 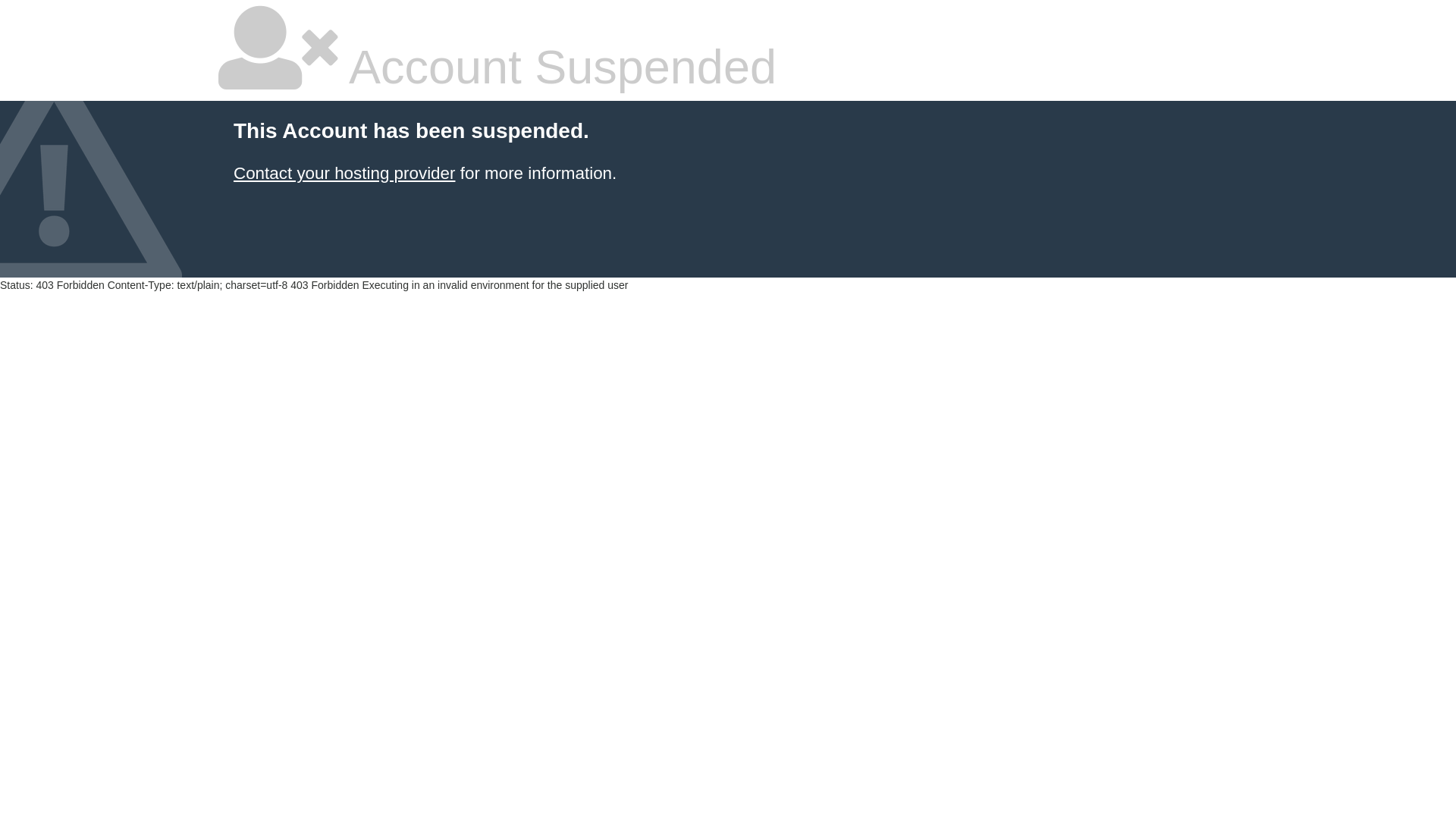 I want to click on 'Contact your hosting provider', so click(x=344, y=172).